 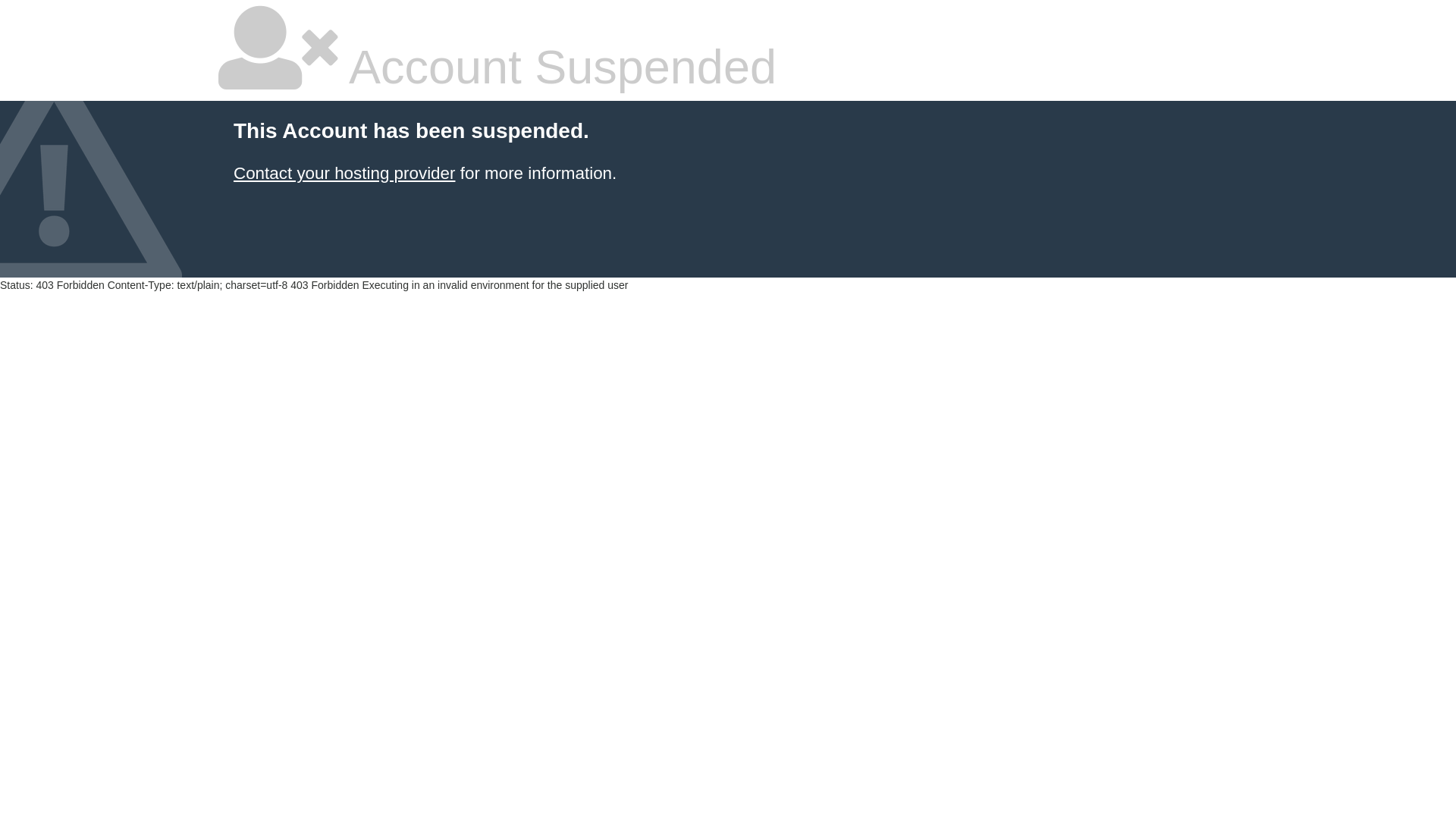 I want to click on 'Contact your hosting provider', so click(x=344, y=172).